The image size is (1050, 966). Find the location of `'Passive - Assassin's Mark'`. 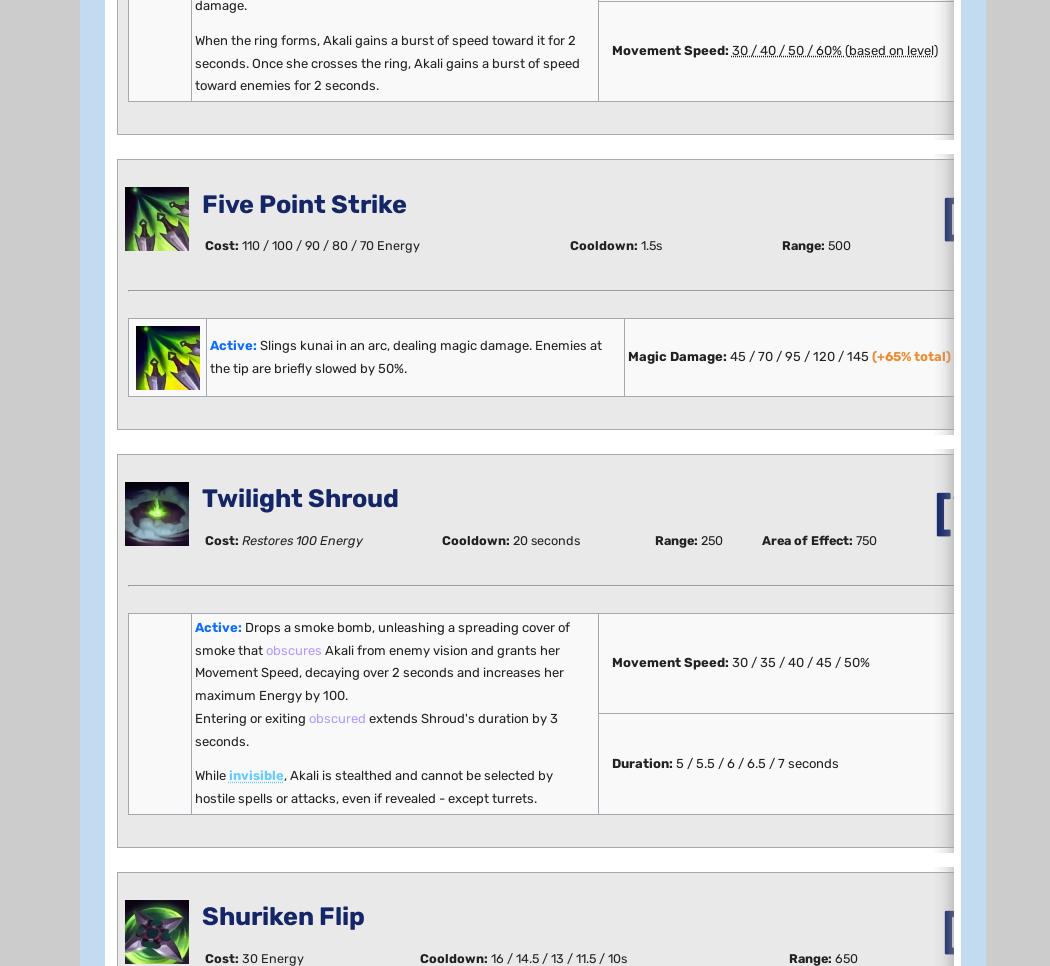

'Passive - Assassin's Mark' is located at coordinates (251, 427).